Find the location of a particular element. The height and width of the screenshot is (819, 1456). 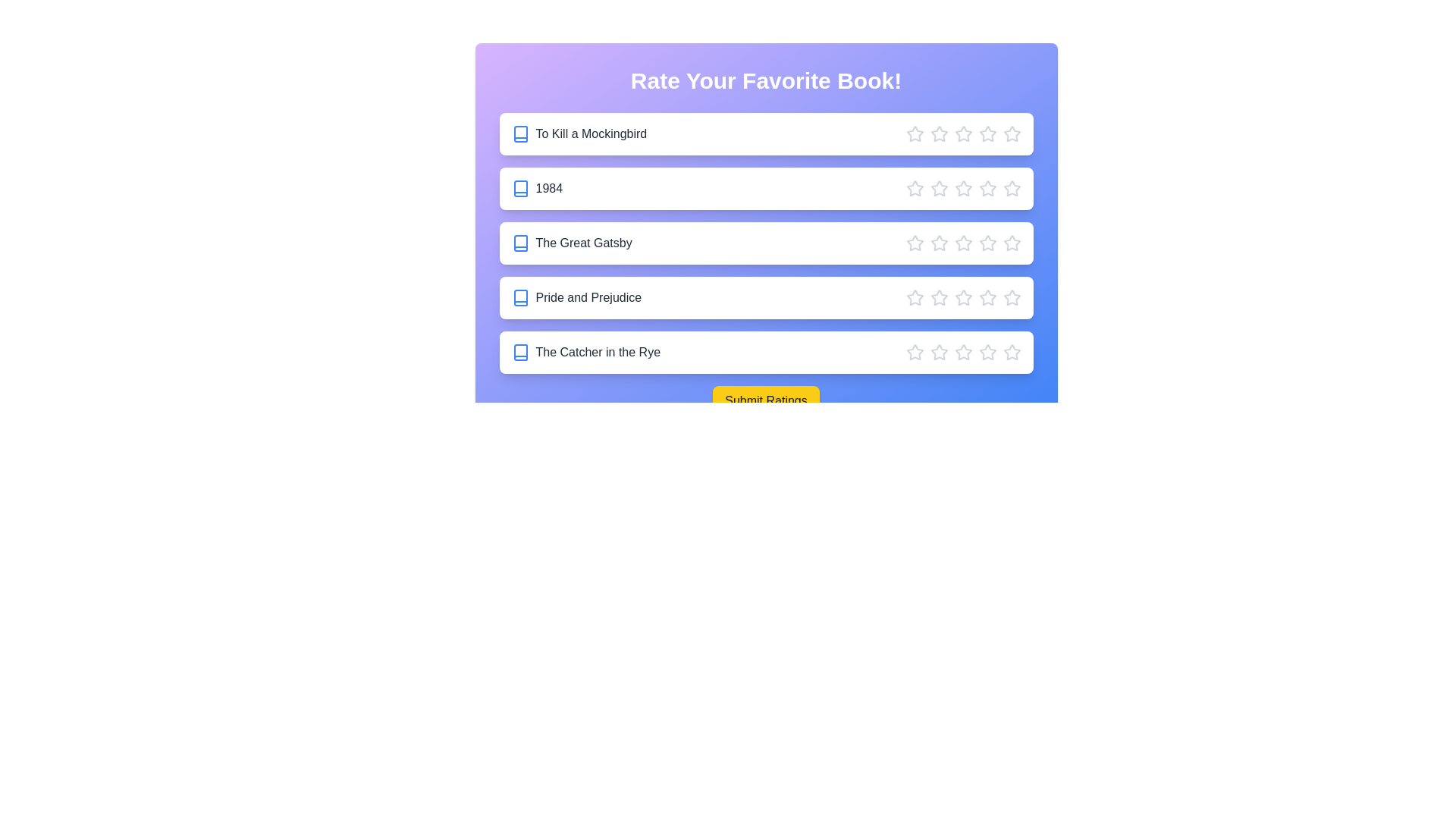

the star corresponding to 2 stars for the book To Kill a Mockingbird is located at coordinates (938, 133).